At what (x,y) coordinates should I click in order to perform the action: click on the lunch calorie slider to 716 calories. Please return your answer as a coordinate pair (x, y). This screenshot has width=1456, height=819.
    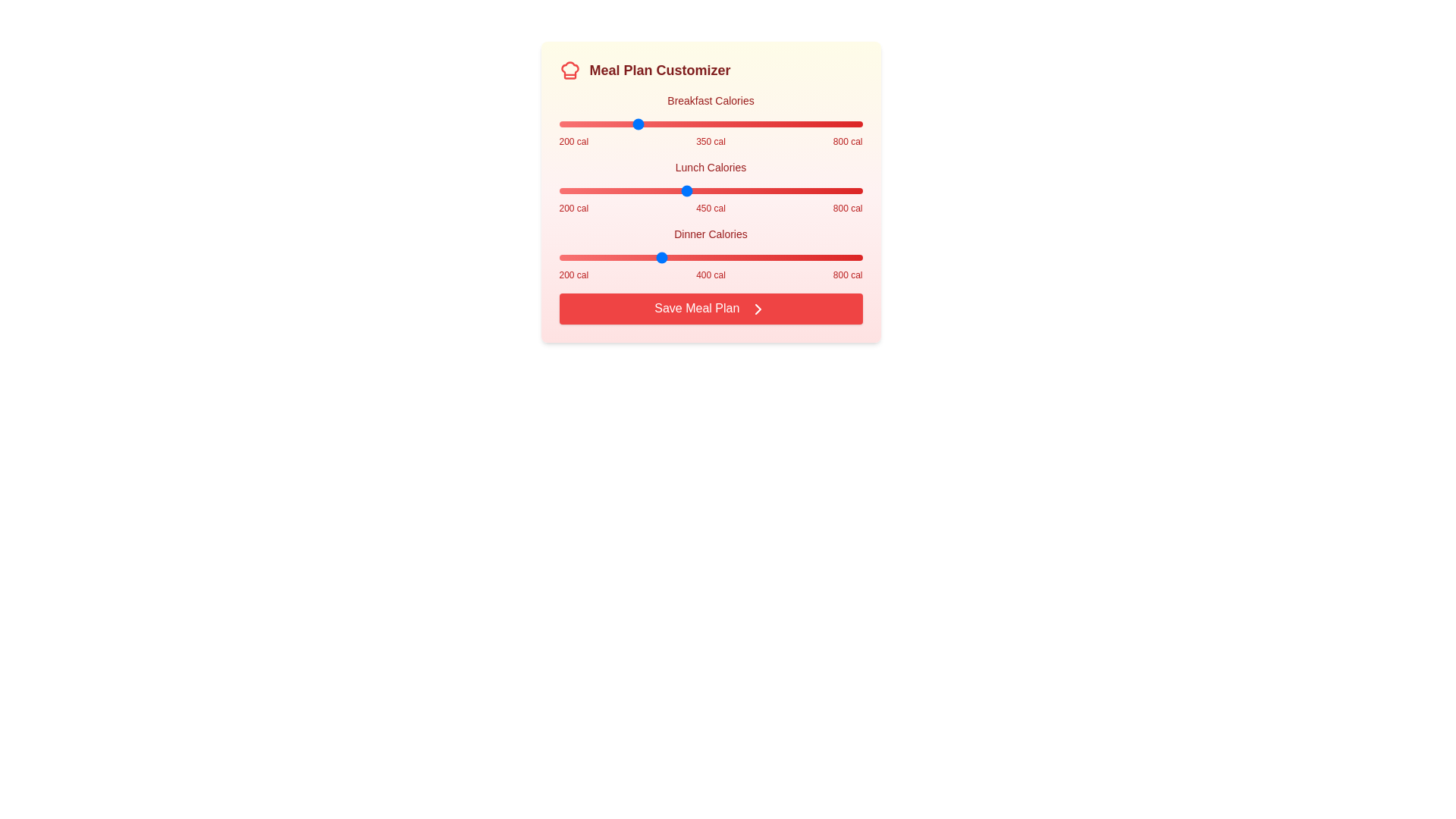
    Looking at the image, I should click on (819, 190).